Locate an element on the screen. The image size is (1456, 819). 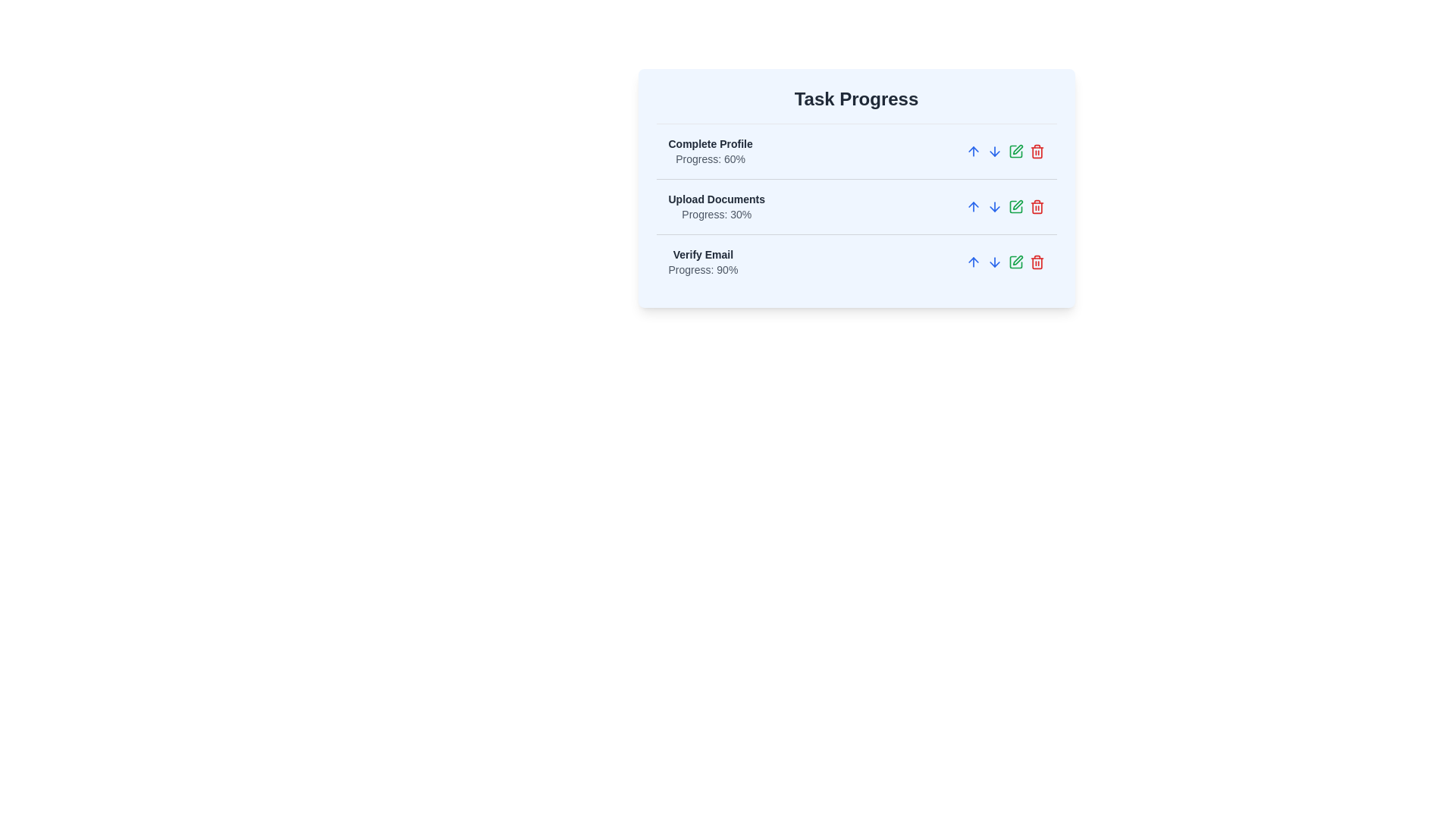
the green pencil icon, which is the third icon among four horizontally aligned icons is located at coordinates (1005, 207).